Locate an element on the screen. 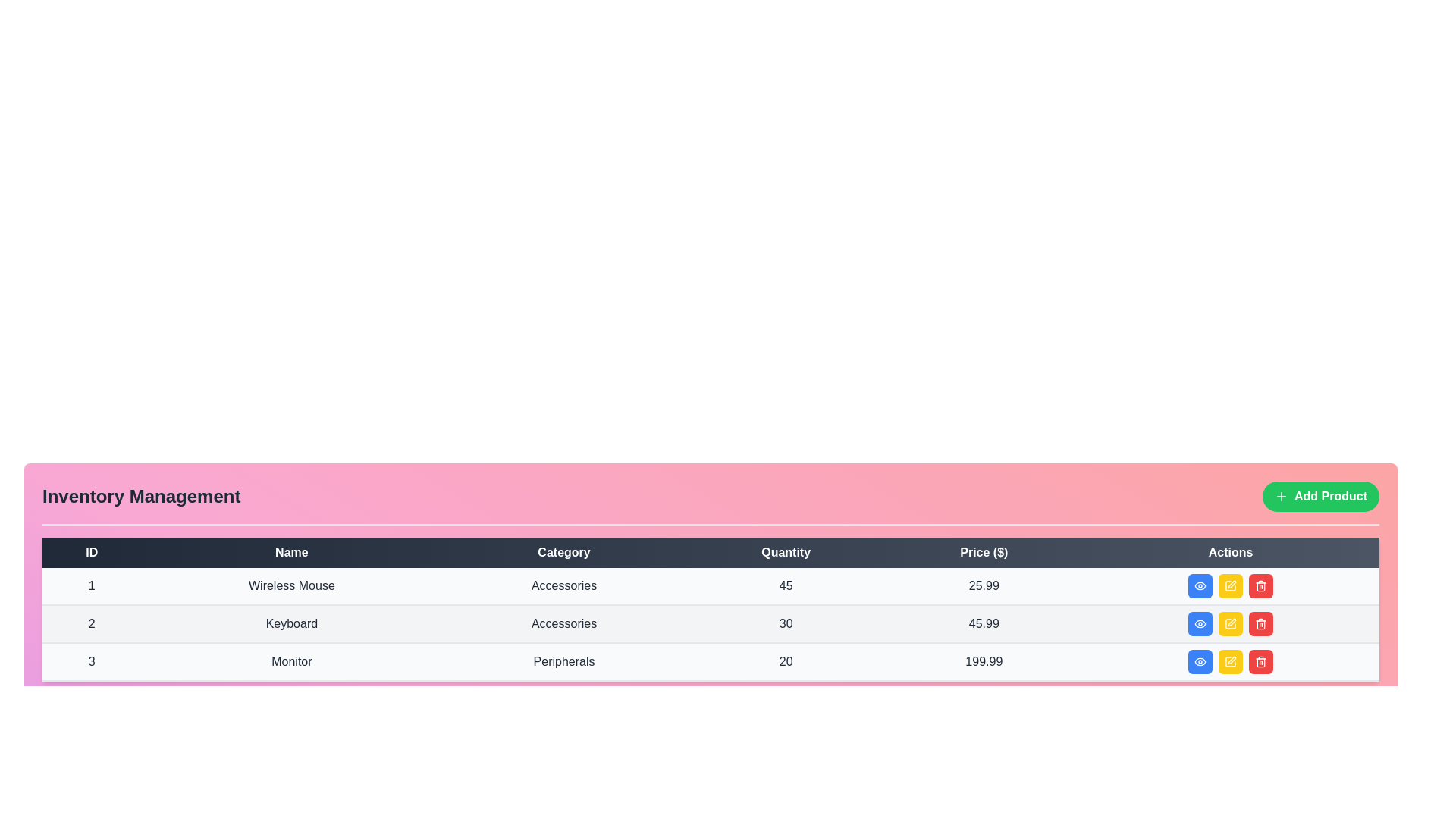  the static text label for the inventory item 'Keyboard' in the second row of the table, which serves as an identifier for the product is located at coordinates (291, 623).